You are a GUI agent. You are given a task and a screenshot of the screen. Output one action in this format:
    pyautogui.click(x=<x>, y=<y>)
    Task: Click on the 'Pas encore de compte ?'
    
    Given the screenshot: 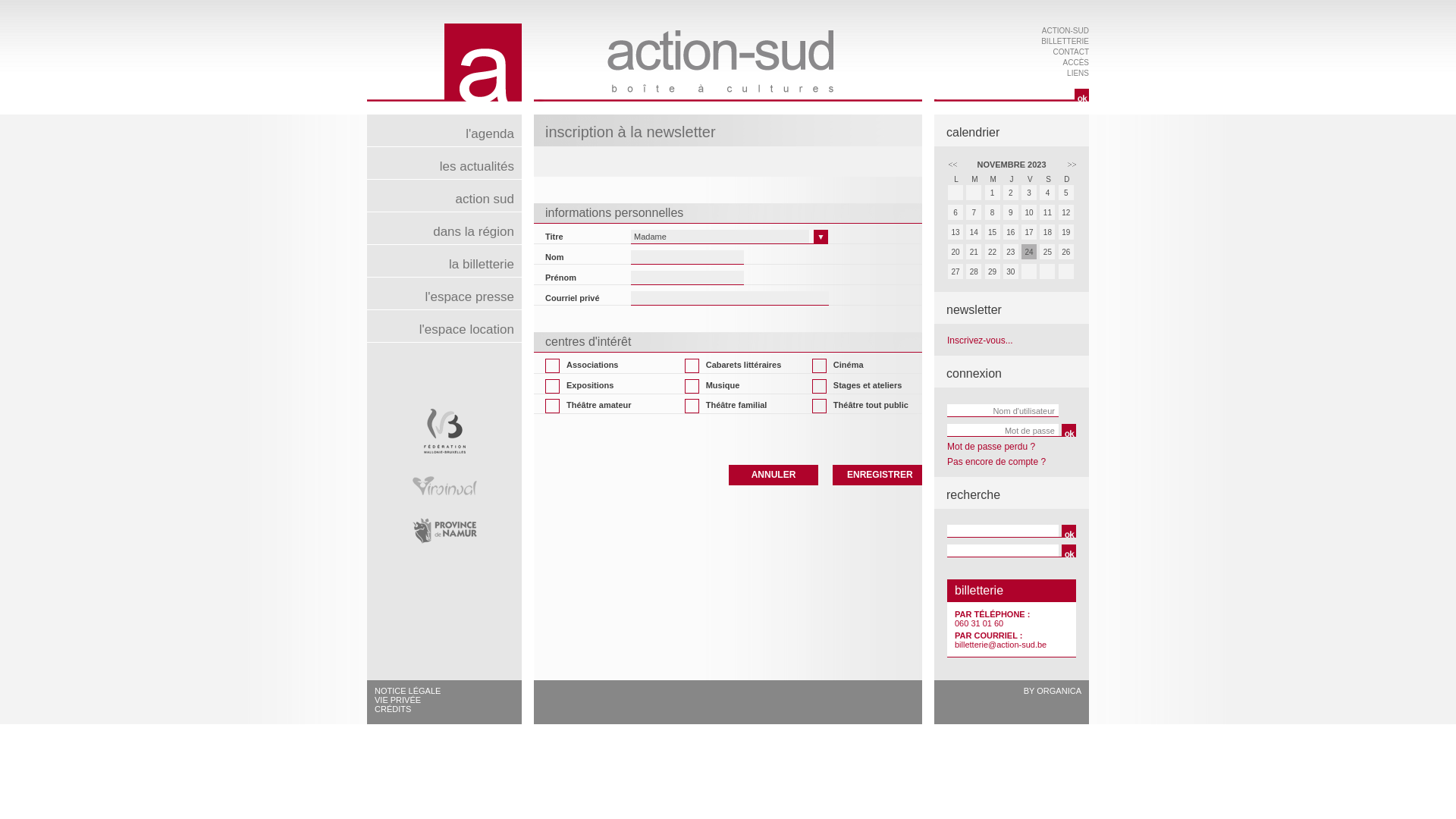 What is the action you would take?
    pyautogui.click(x=946, y=461)
    